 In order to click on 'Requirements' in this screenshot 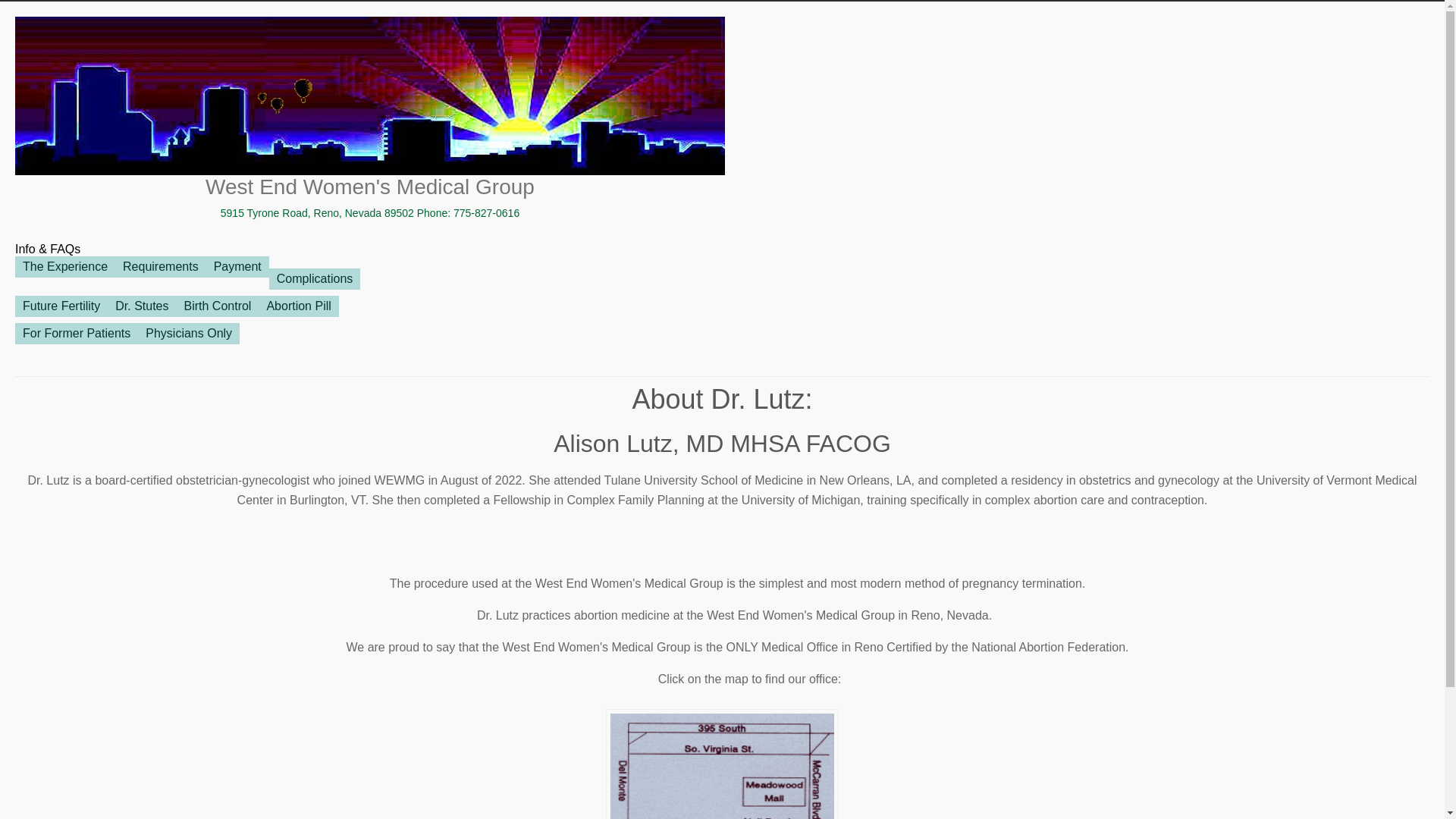, I will do `click(160, 265)`.